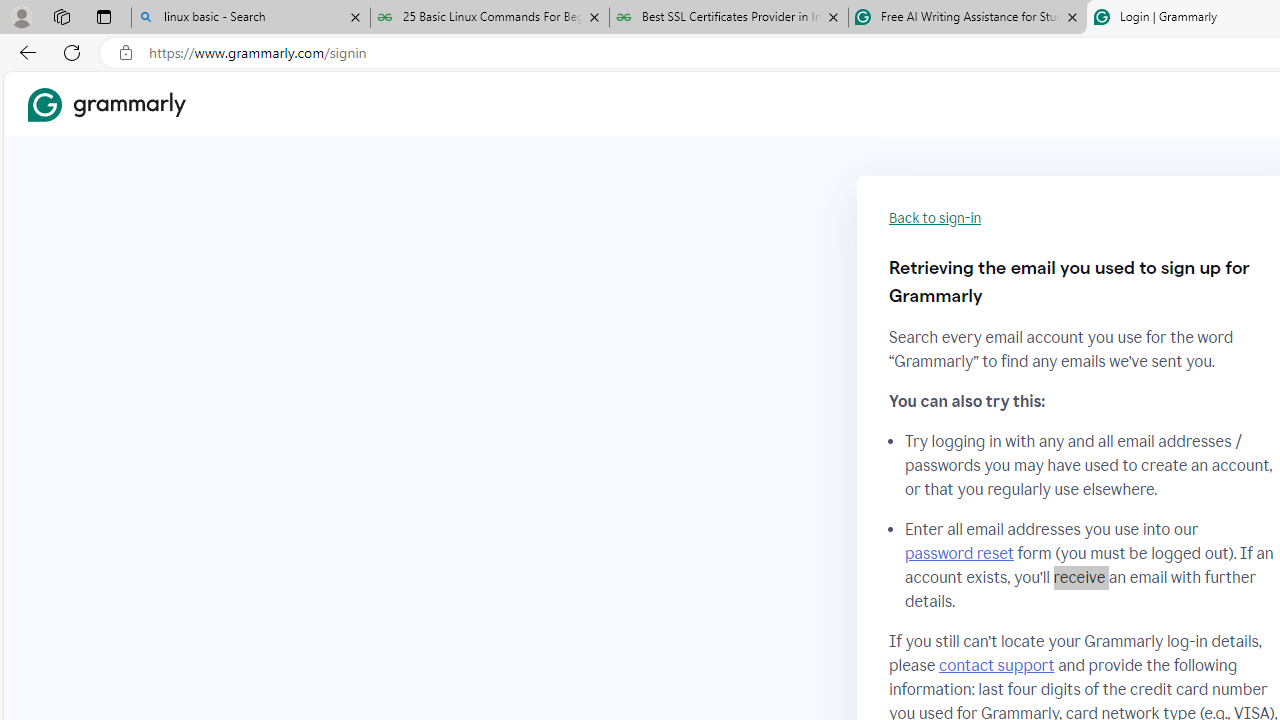 The width and height of the screenshot is (1280, 720). What do you see at coordinates (958, 554) in the screenshot?
I see `'password reset'` at bounding box center [958, 554].